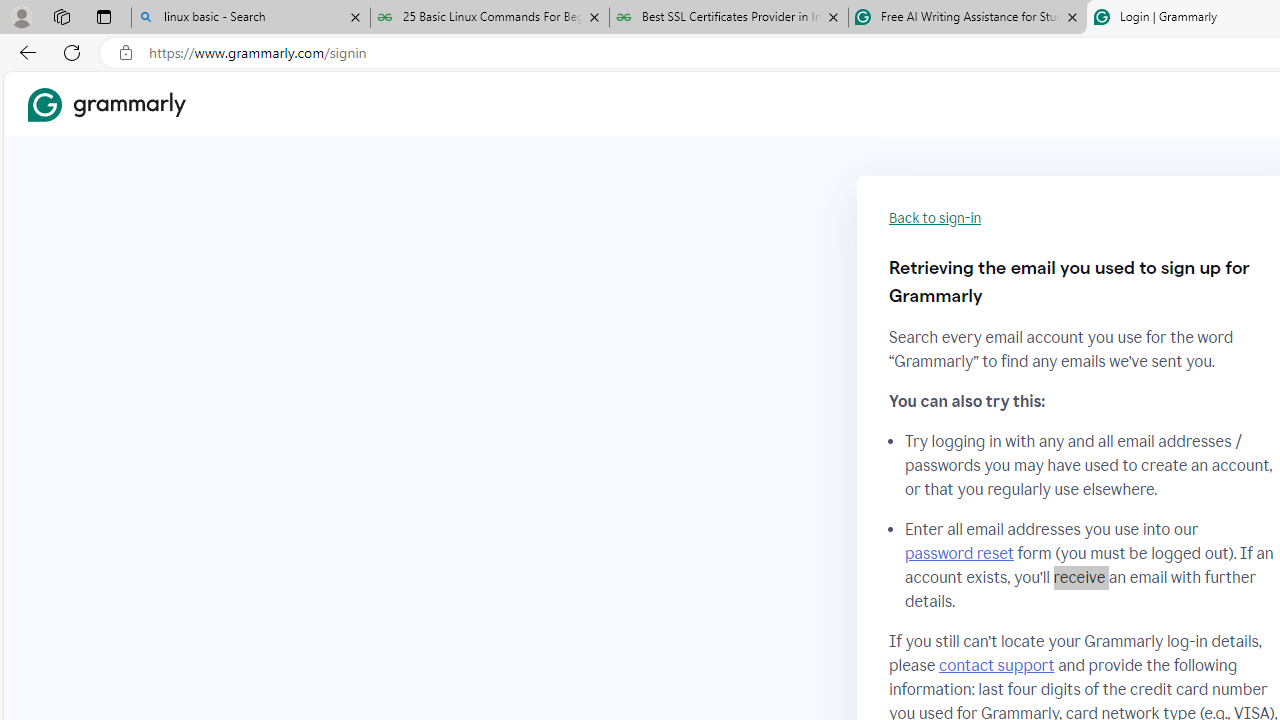 The width and height of the screenshot is (1280, 720). What do you see at coordinates (958, 554) in the screenshot?
I see `'password reset'` at bounding box center [958, 554].